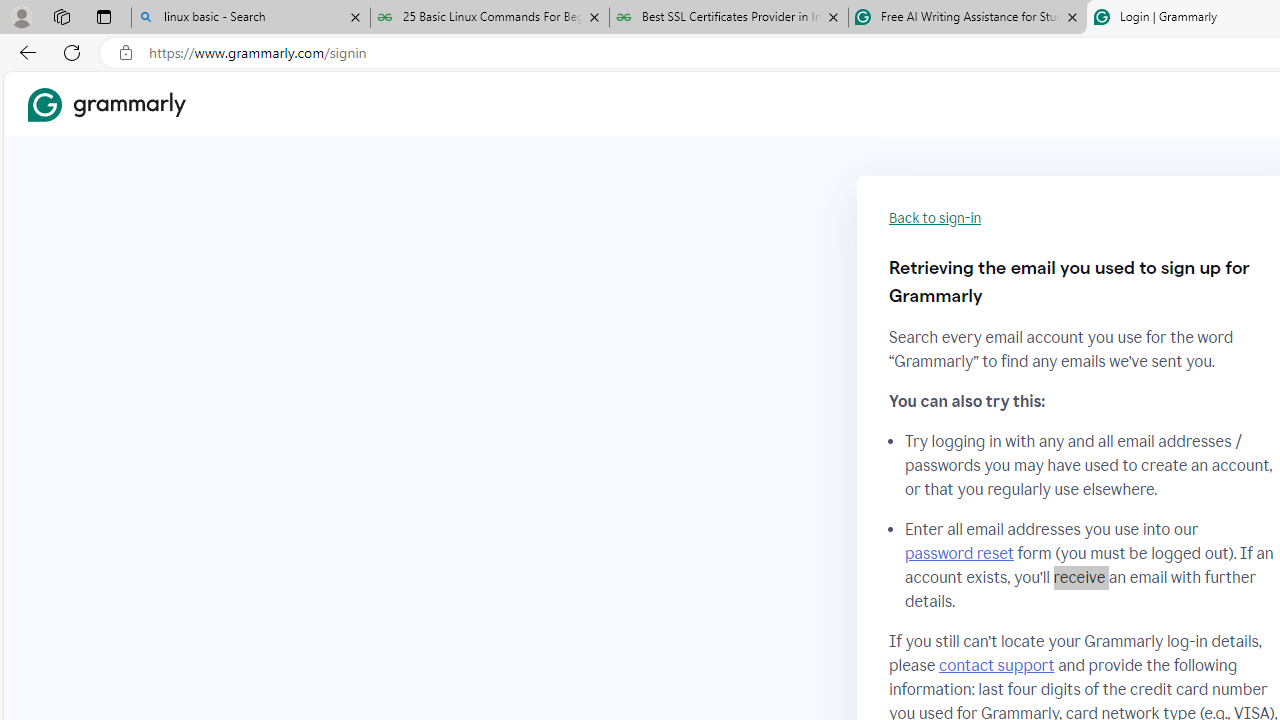 The width and height of the screenshot is (1280, 720). What do you see at coordinates (958, 554) in the screenshot?
I see `'password reset'` at bounding box center [958, 554].